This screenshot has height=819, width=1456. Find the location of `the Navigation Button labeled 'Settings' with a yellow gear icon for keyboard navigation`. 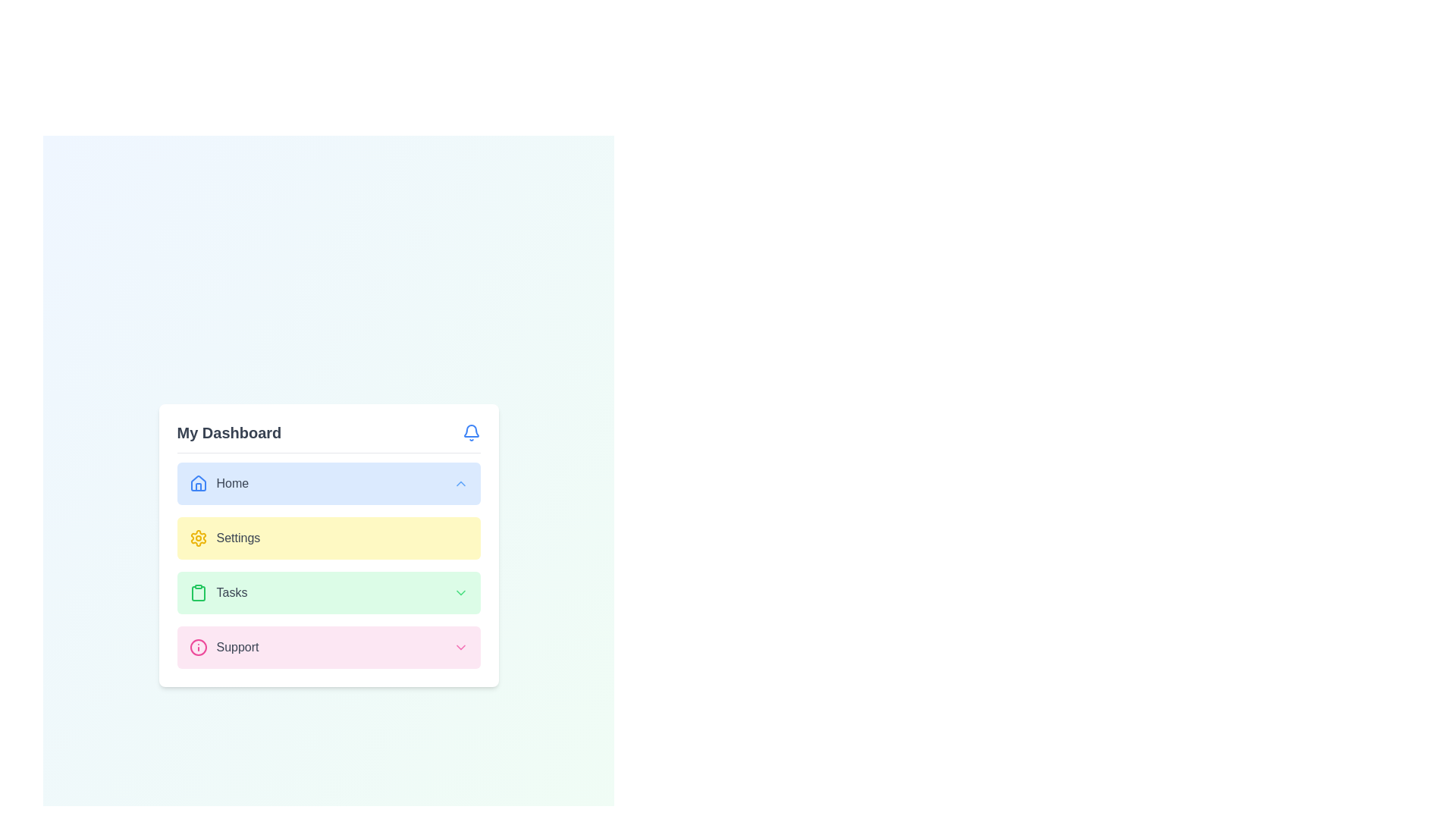

the Navigation Button labeled 'Settings' with a yellow gear icon for keyboard navigation is located at coordinates (328, 537).